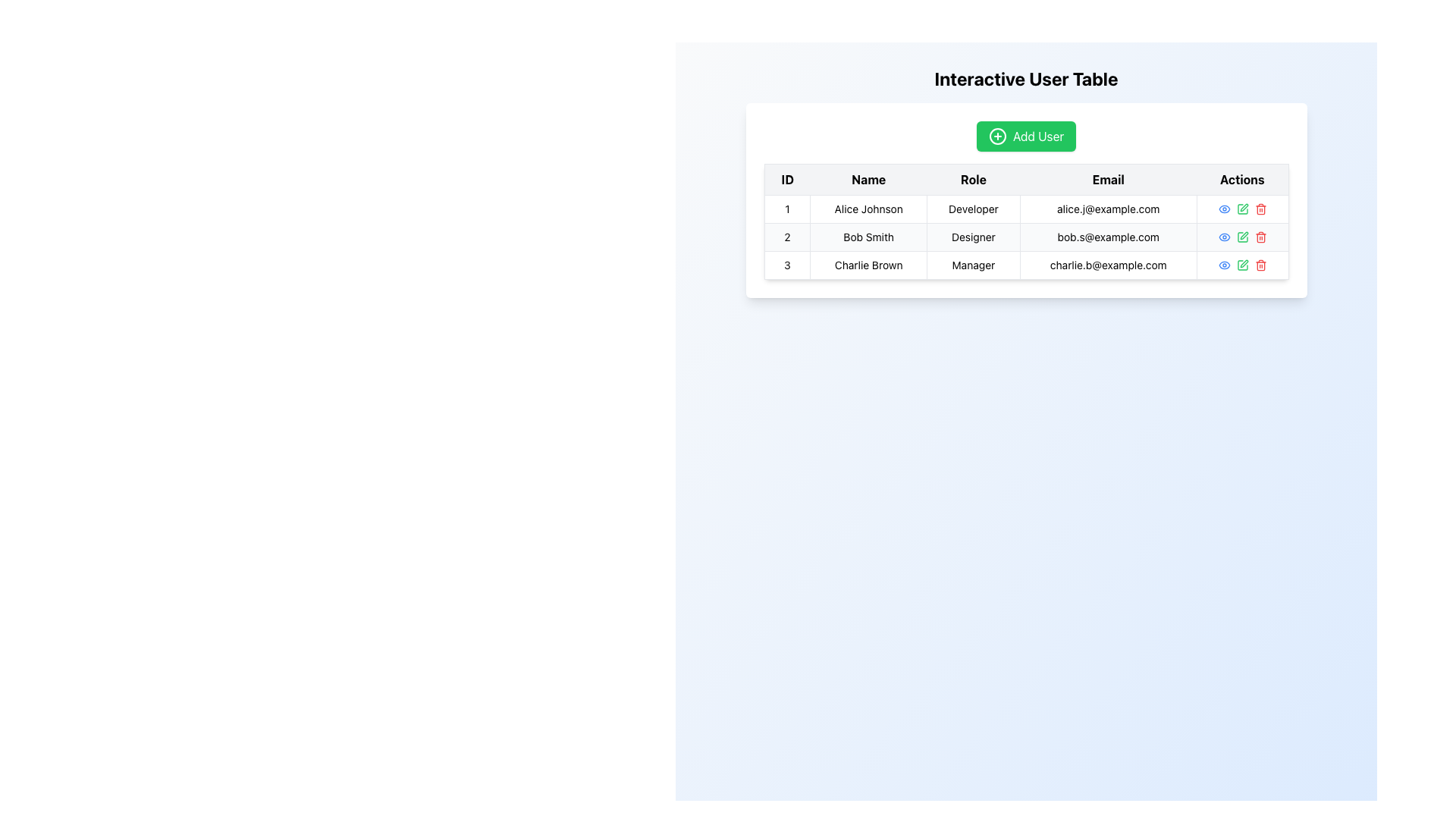  I want to click on the green pen icon in the 'Actions' column for Charlie Brown, located in the third row to observe its hover effects, so click(1242, 265).